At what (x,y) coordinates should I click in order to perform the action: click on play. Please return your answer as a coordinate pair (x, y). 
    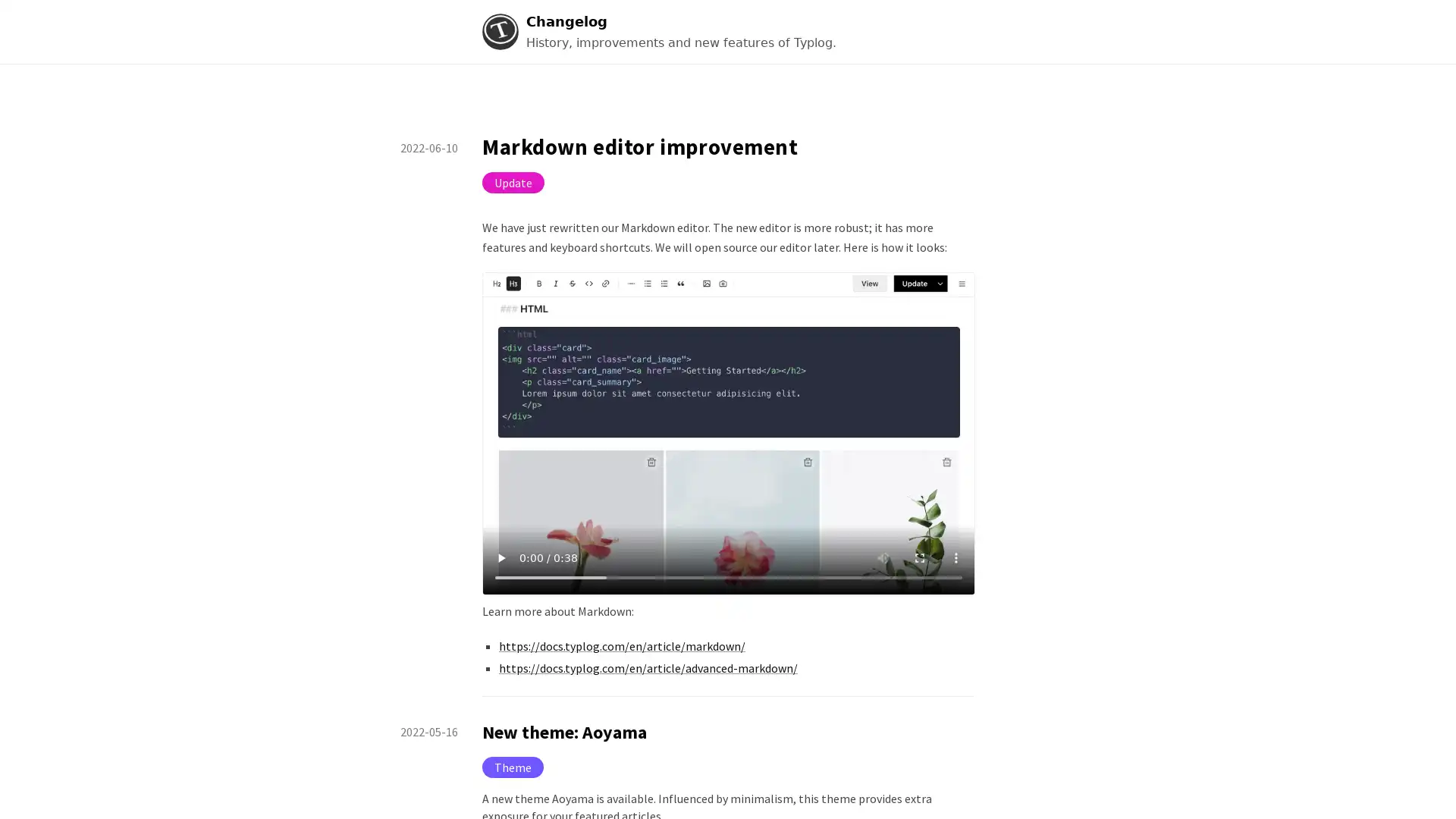
    Looking at the image, I should click on (501, 558).